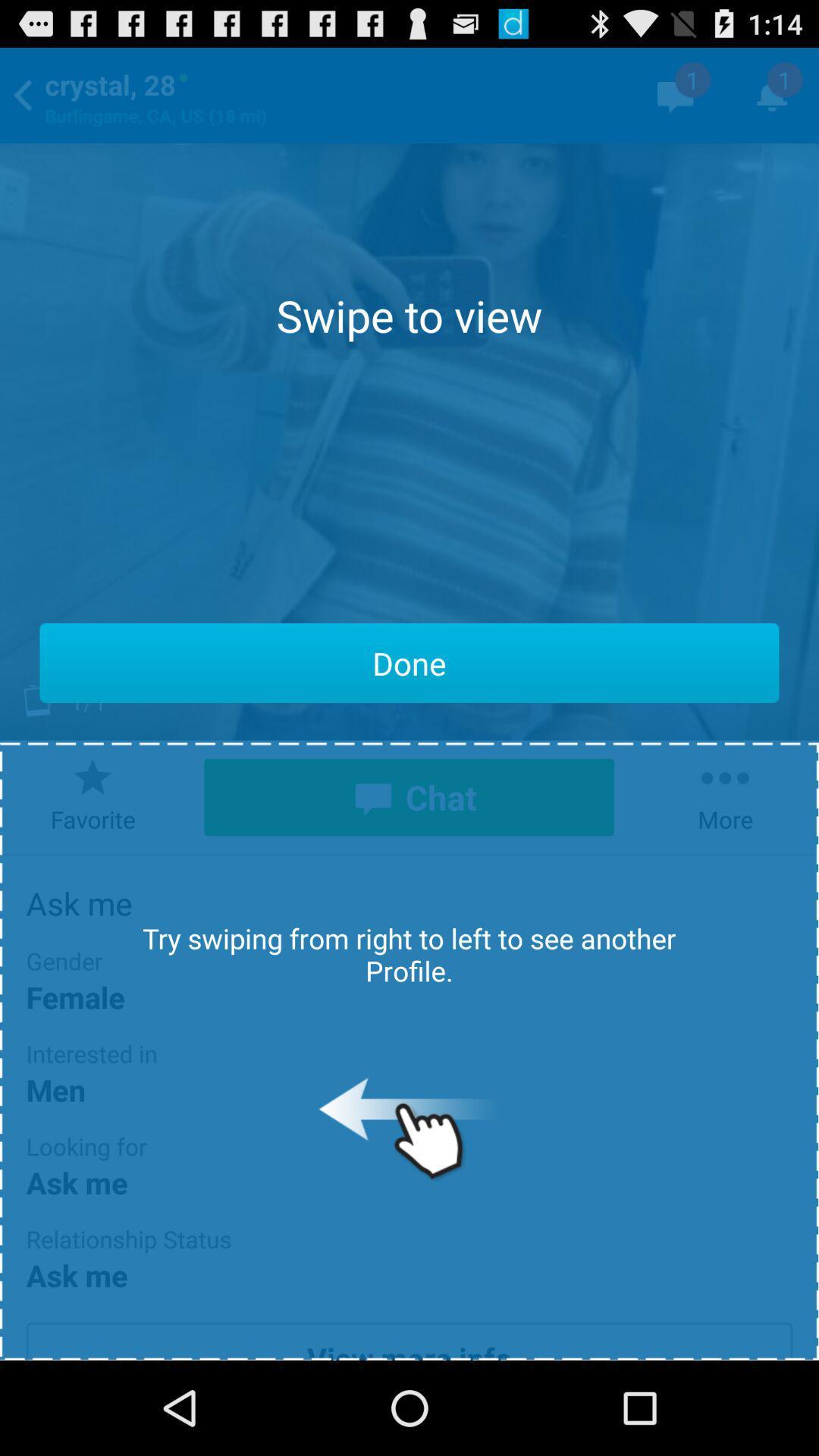 This screenshot has width=819, height=1456. I want to click on the item above try swiping from item, so click(409, 663).